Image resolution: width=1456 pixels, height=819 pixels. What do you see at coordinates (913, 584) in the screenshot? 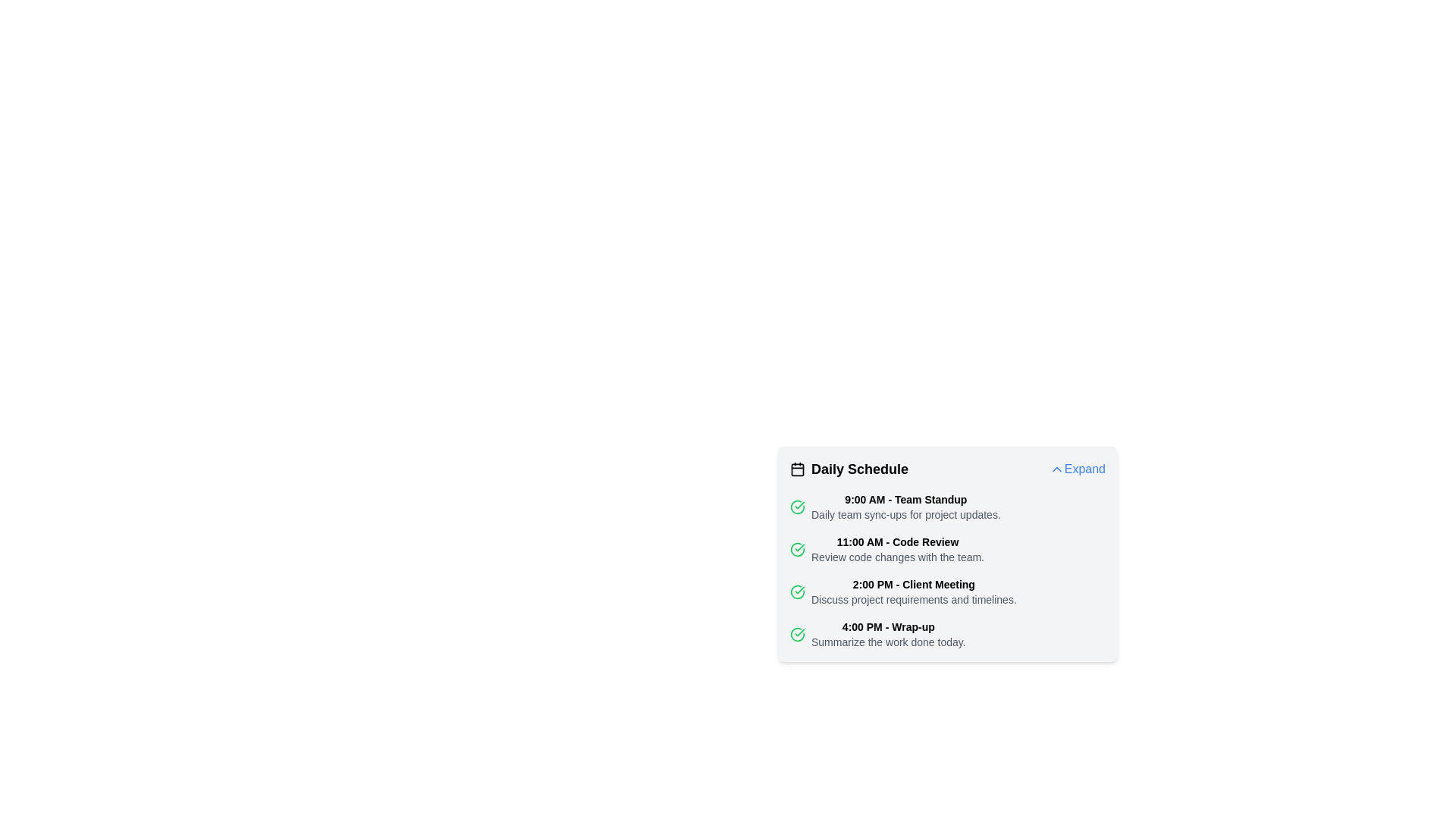
I see `the Text Label element that reads '2:00 PM - Client Meeting', which is the third entry in the schedule list and visually distinct as a time-based agenda item` at bounding box center [913, 584].